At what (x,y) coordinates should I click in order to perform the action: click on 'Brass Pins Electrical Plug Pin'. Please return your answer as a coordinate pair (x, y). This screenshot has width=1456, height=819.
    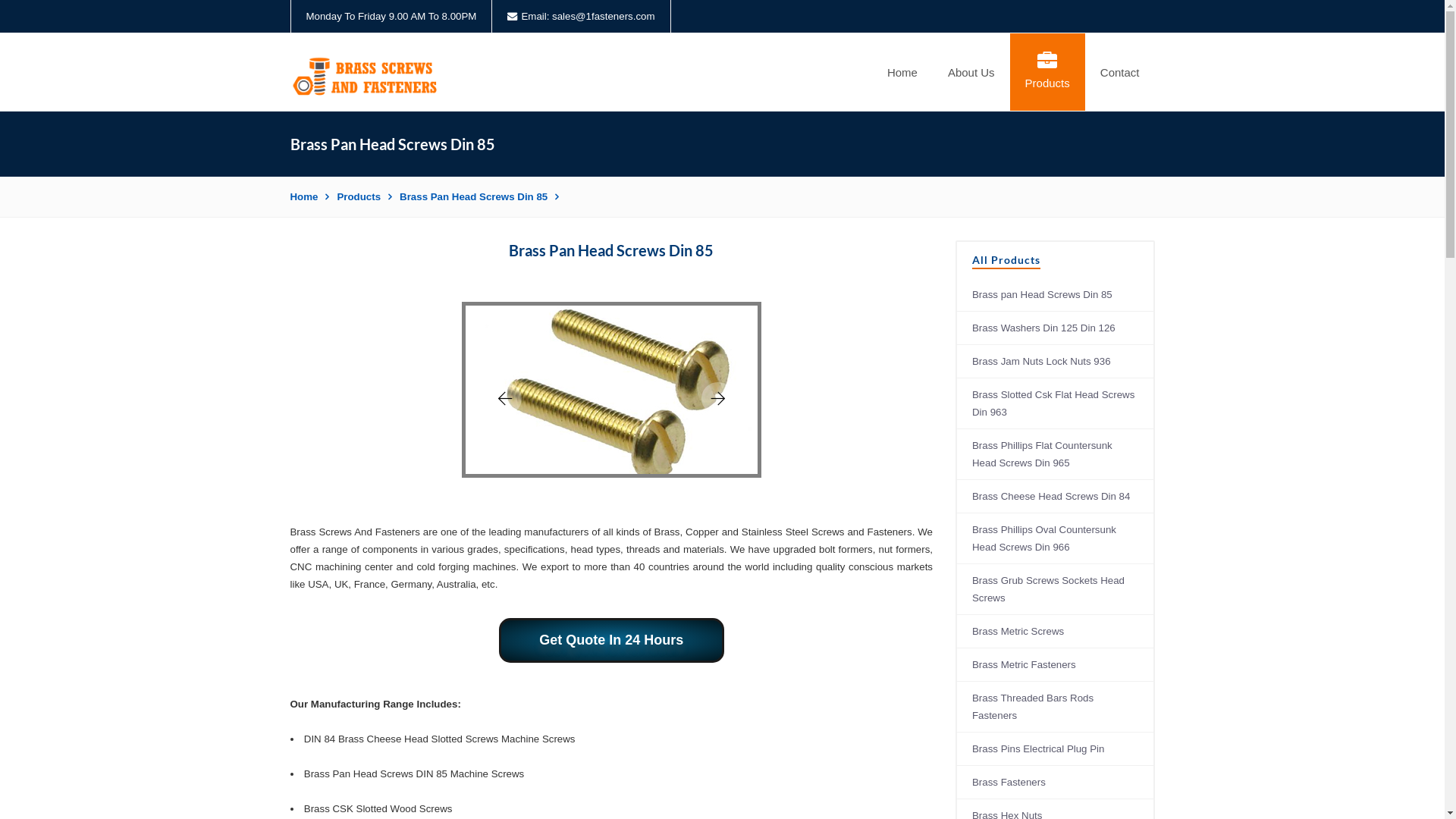
    Looking at the image, I should click on (1054, 748).